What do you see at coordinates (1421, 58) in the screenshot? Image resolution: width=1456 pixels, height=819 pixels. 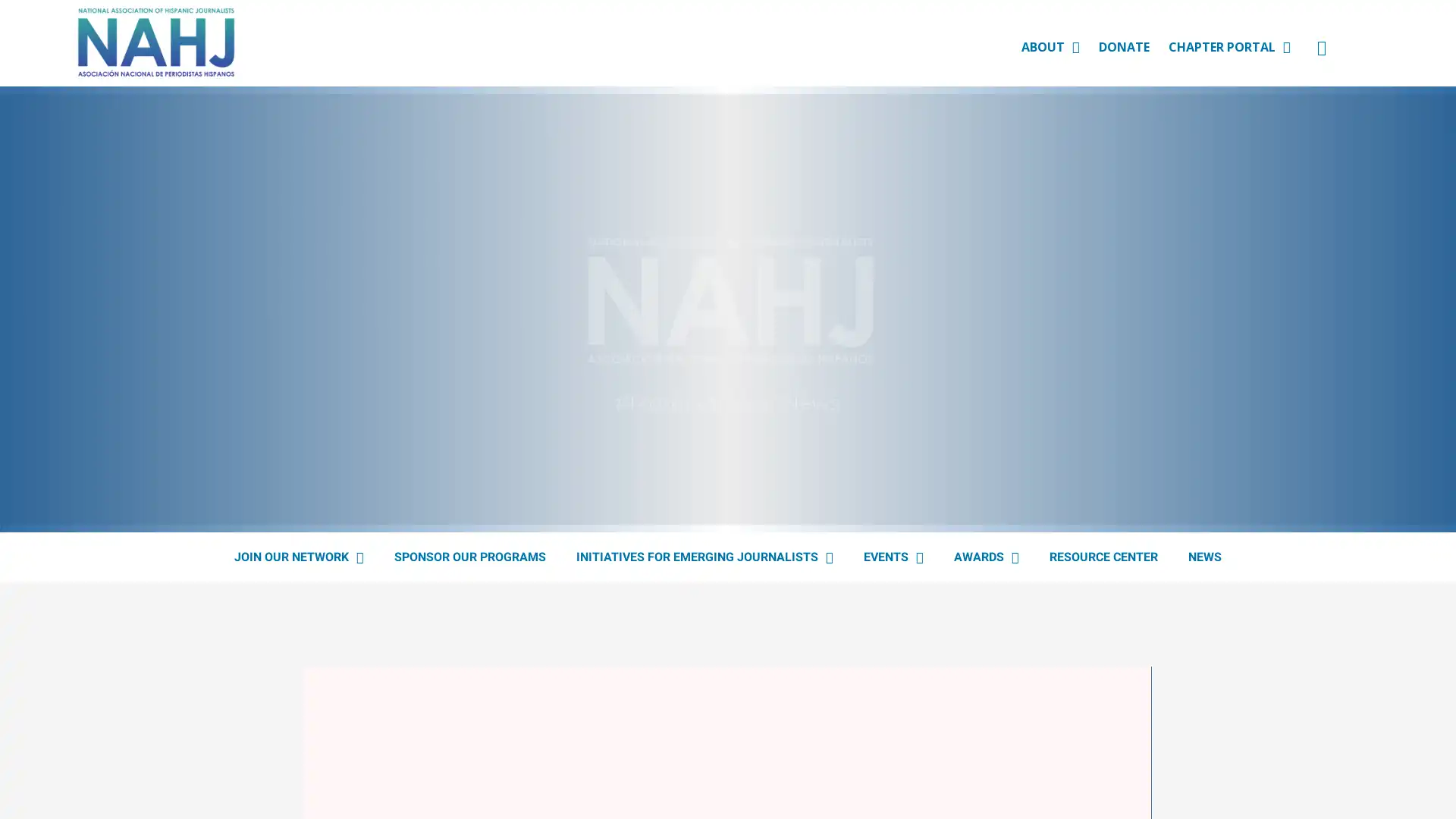 I see `Close search form` at bounding box center [1421, 58].